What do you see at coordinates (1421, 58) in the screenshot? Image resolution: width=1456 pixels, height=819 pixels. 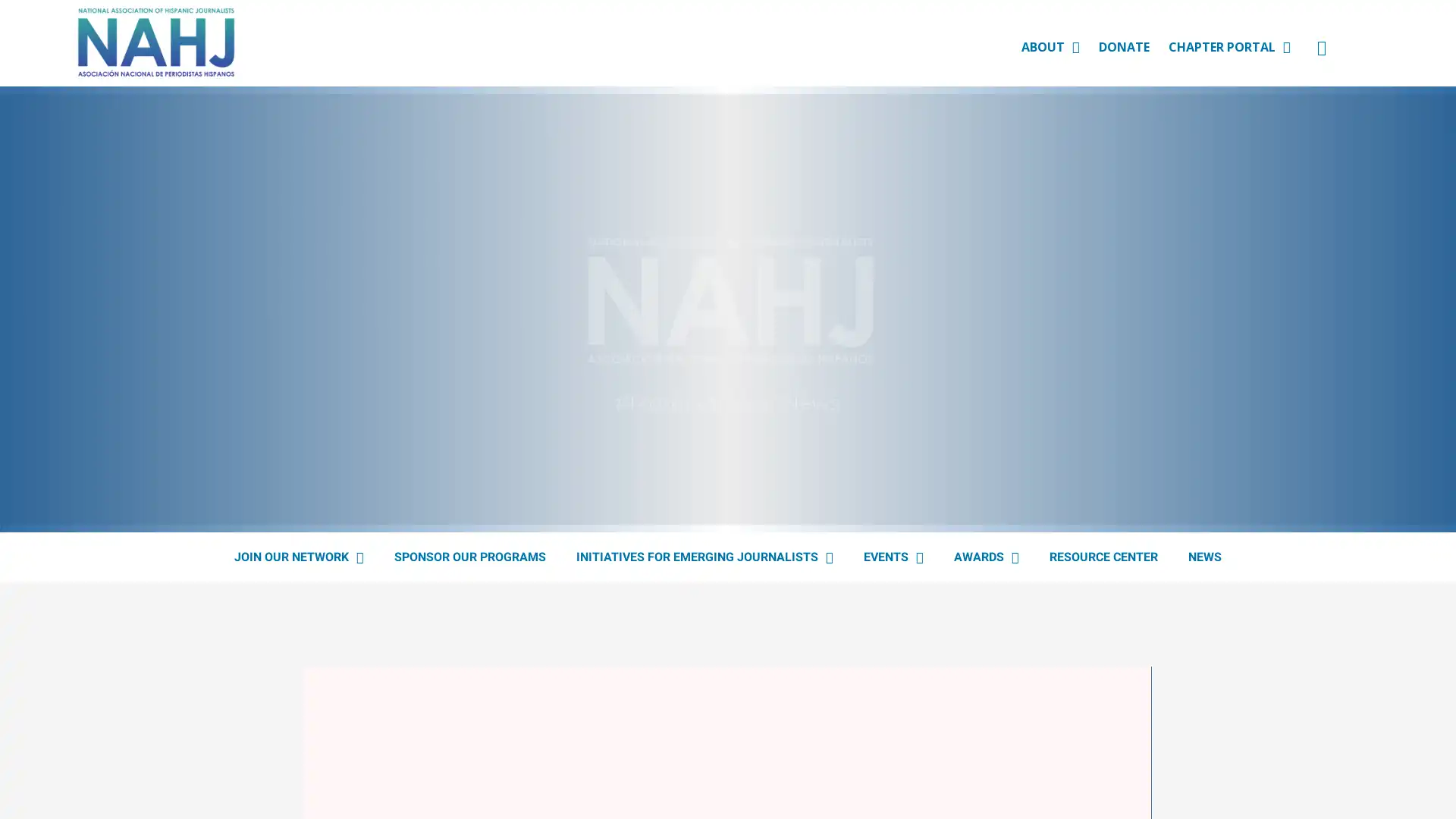 I see `Close search form` at bounding box center [1421, 58].